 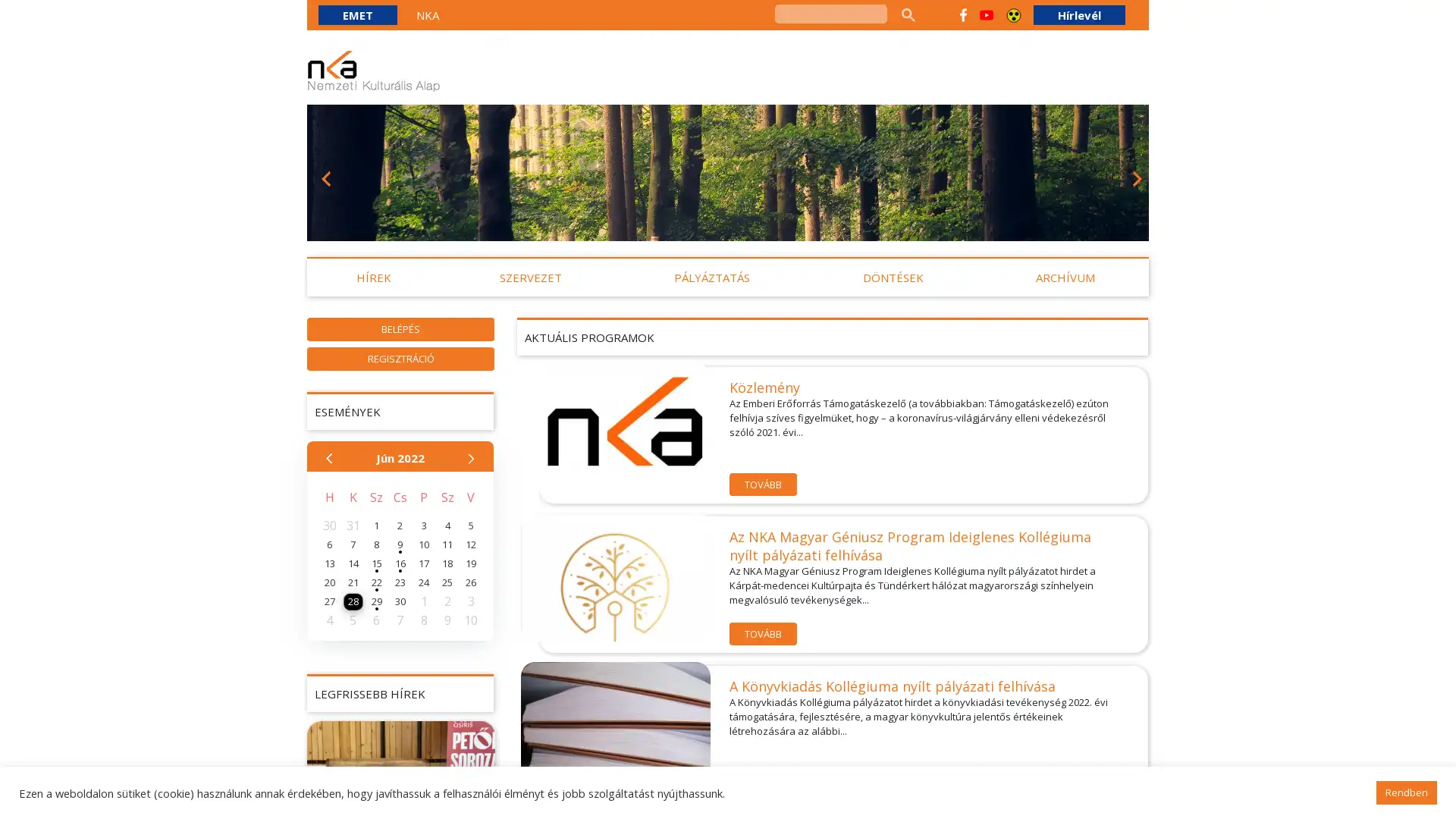 I want to click on SZERVEZET, so click(x=530, y=278).